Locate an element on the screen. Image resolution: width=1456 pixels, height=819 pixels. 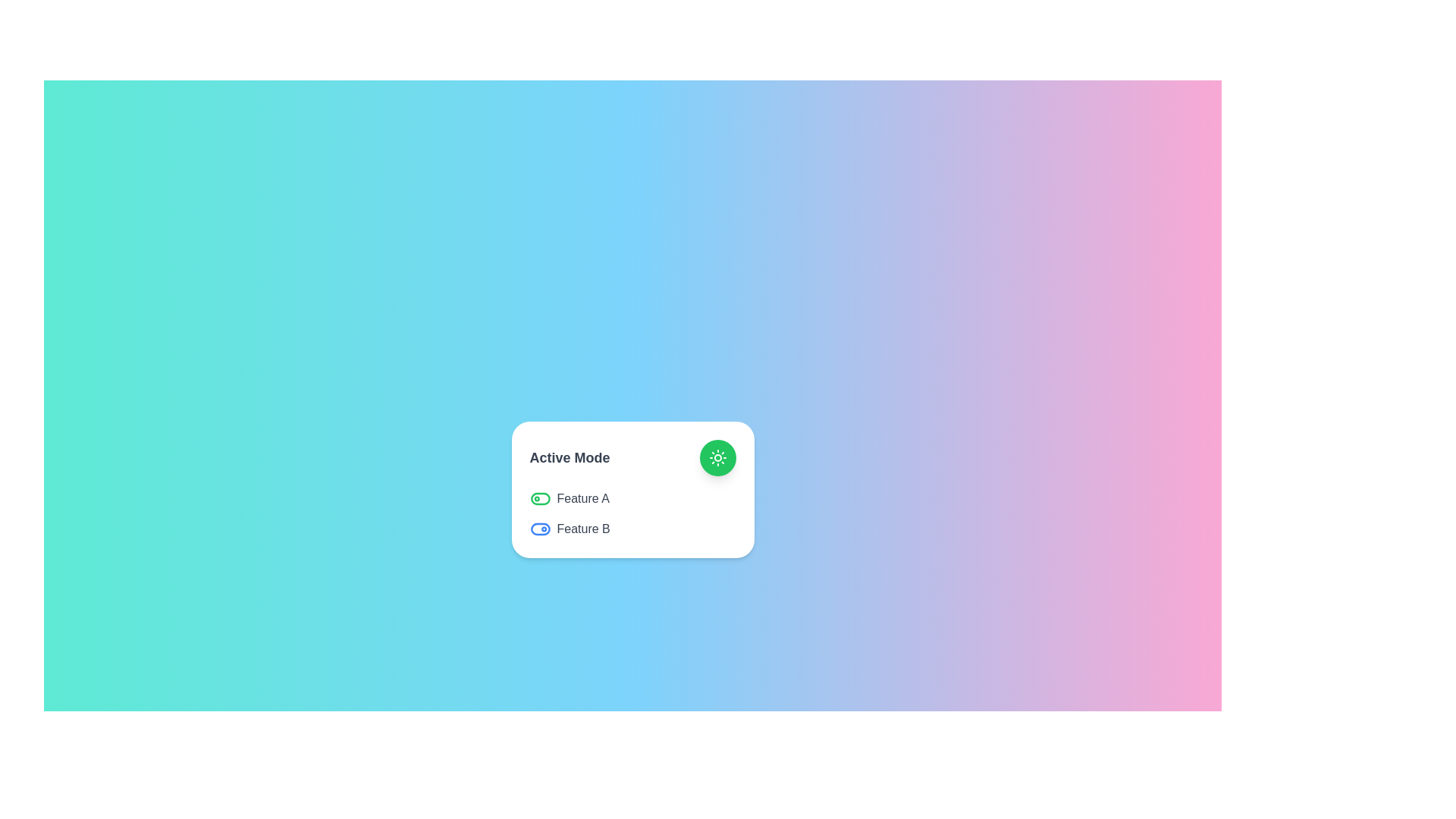
the toggle switch button for 'Active Mode' to change its state is located at coordinates (632, 457).